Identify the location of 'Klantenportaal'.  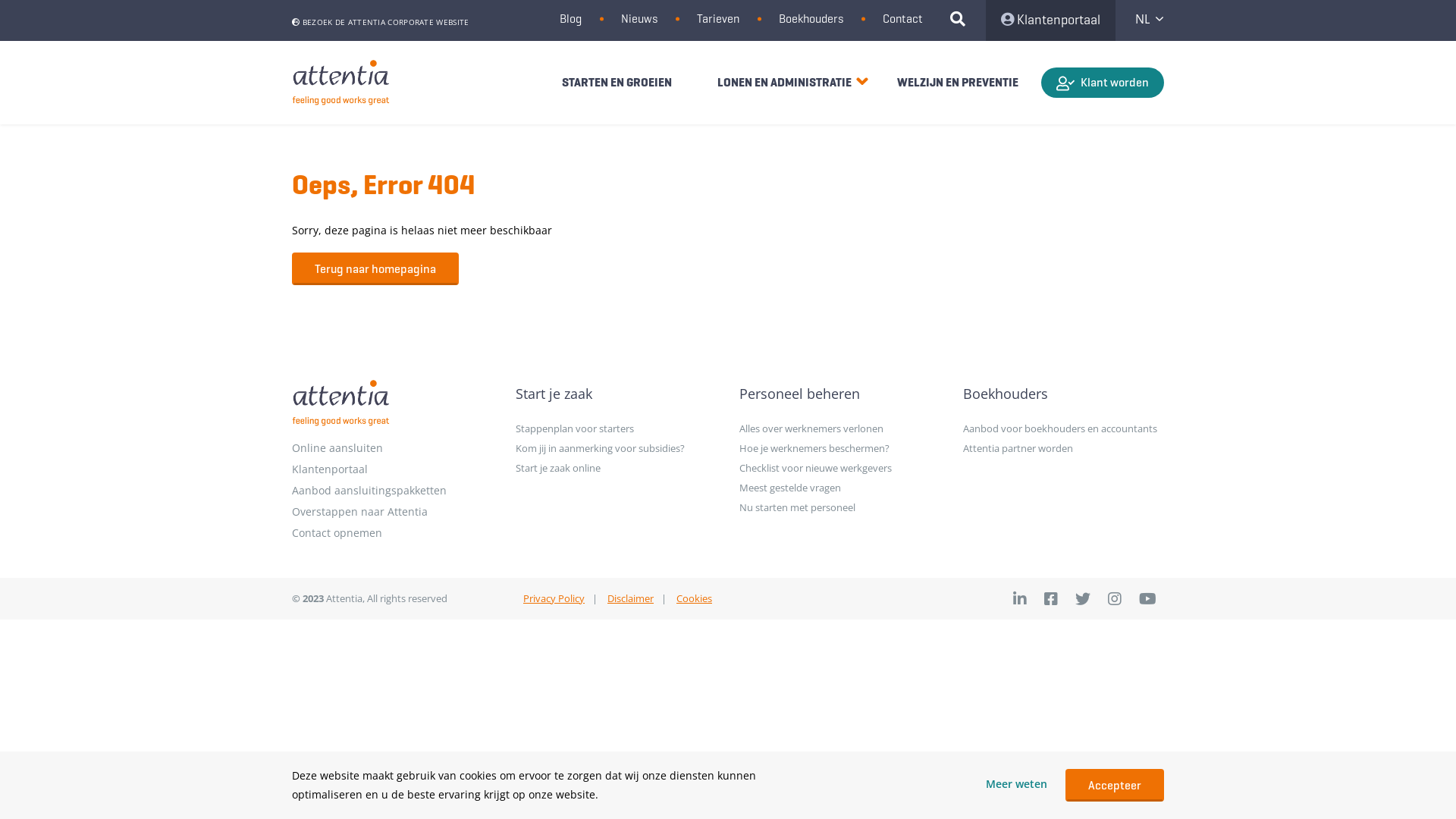
(986, 20).